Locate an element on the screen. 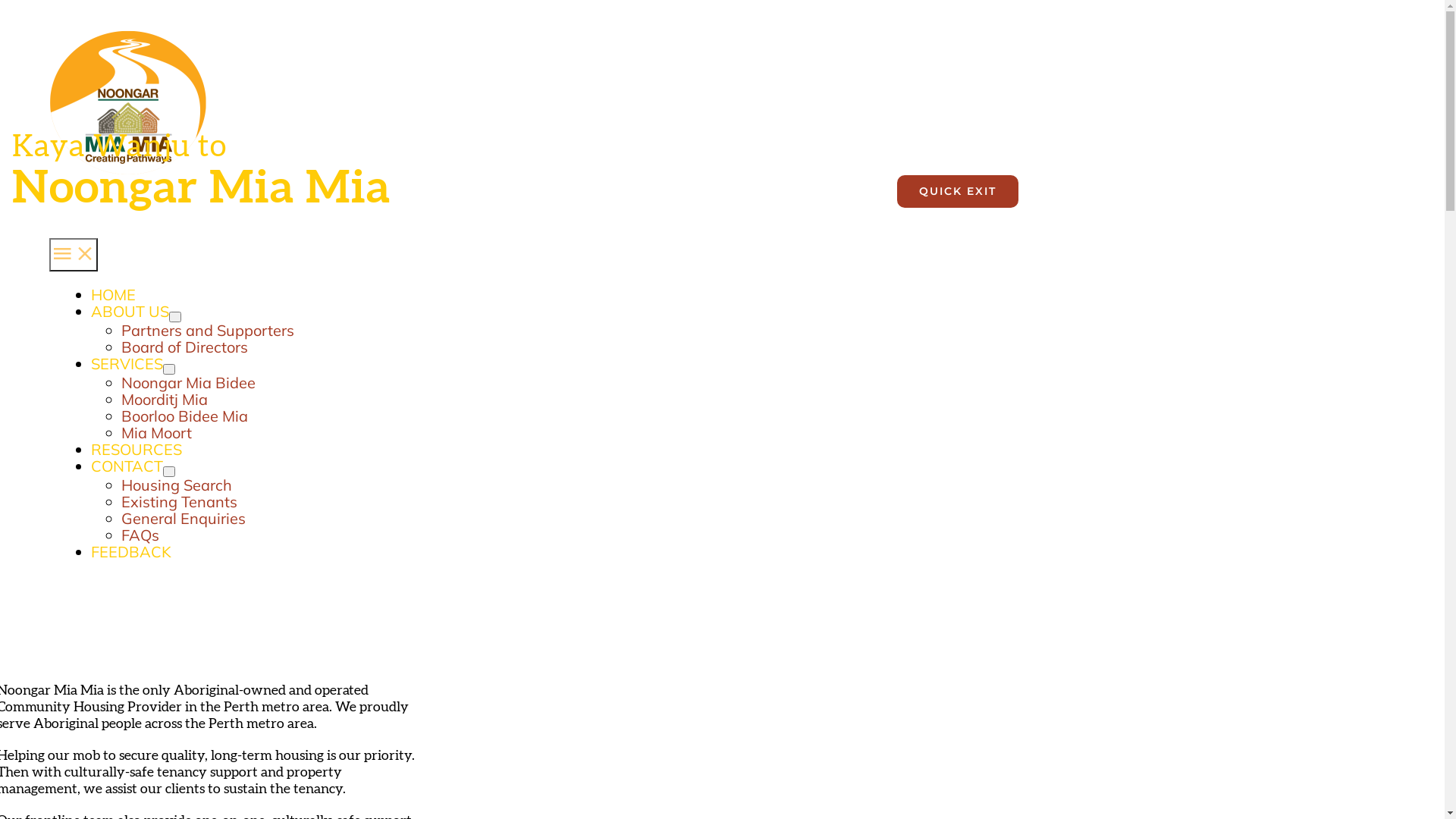 This screenshot has width=1456, height=819. 'Noongar Mia Bidee' is located at coordinates (120, 381).